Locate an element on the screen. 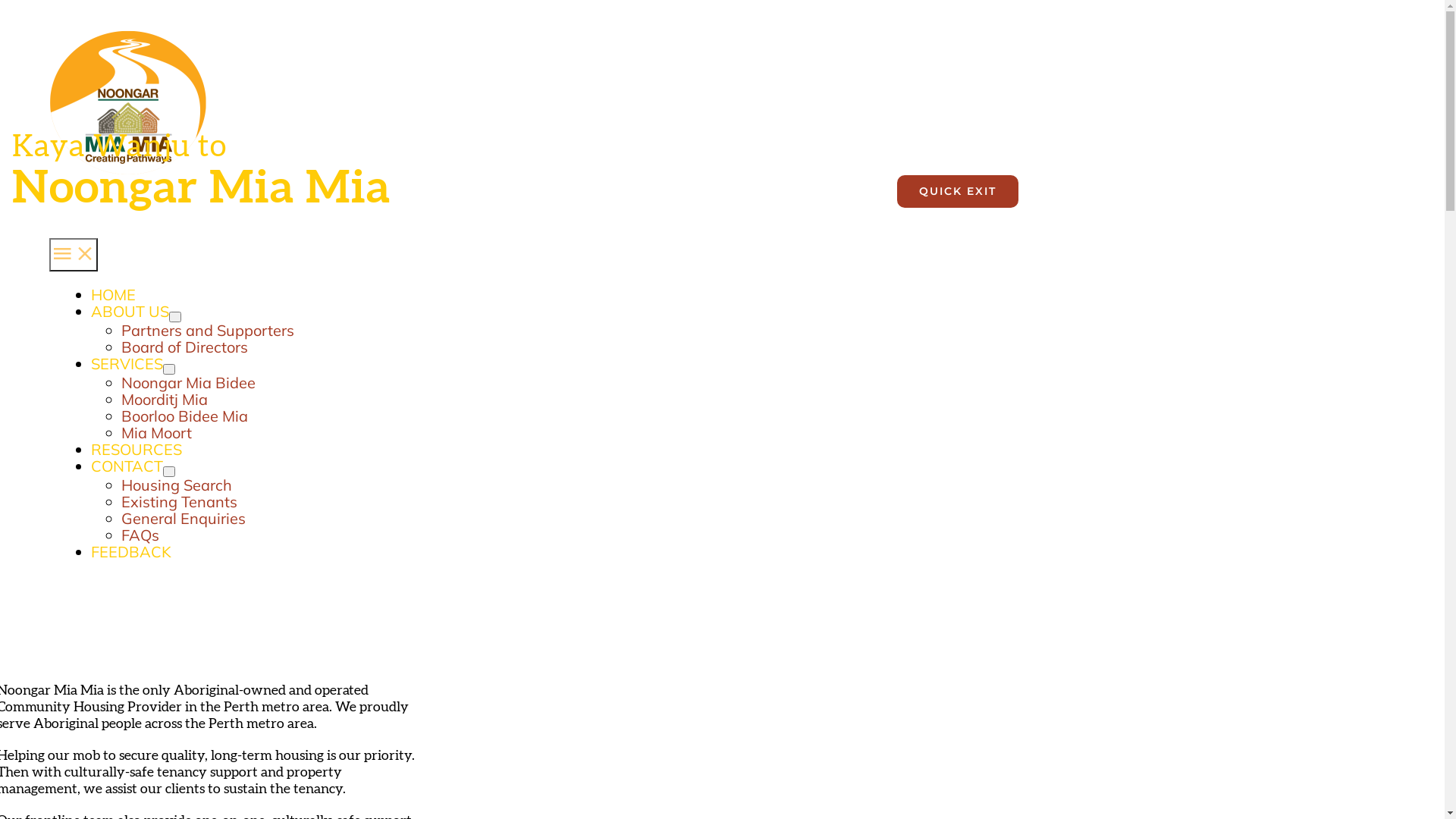 This screenshot has width=1456, height=819. 'Noongar Mia Bidee' is located at coordinates (120, 381).